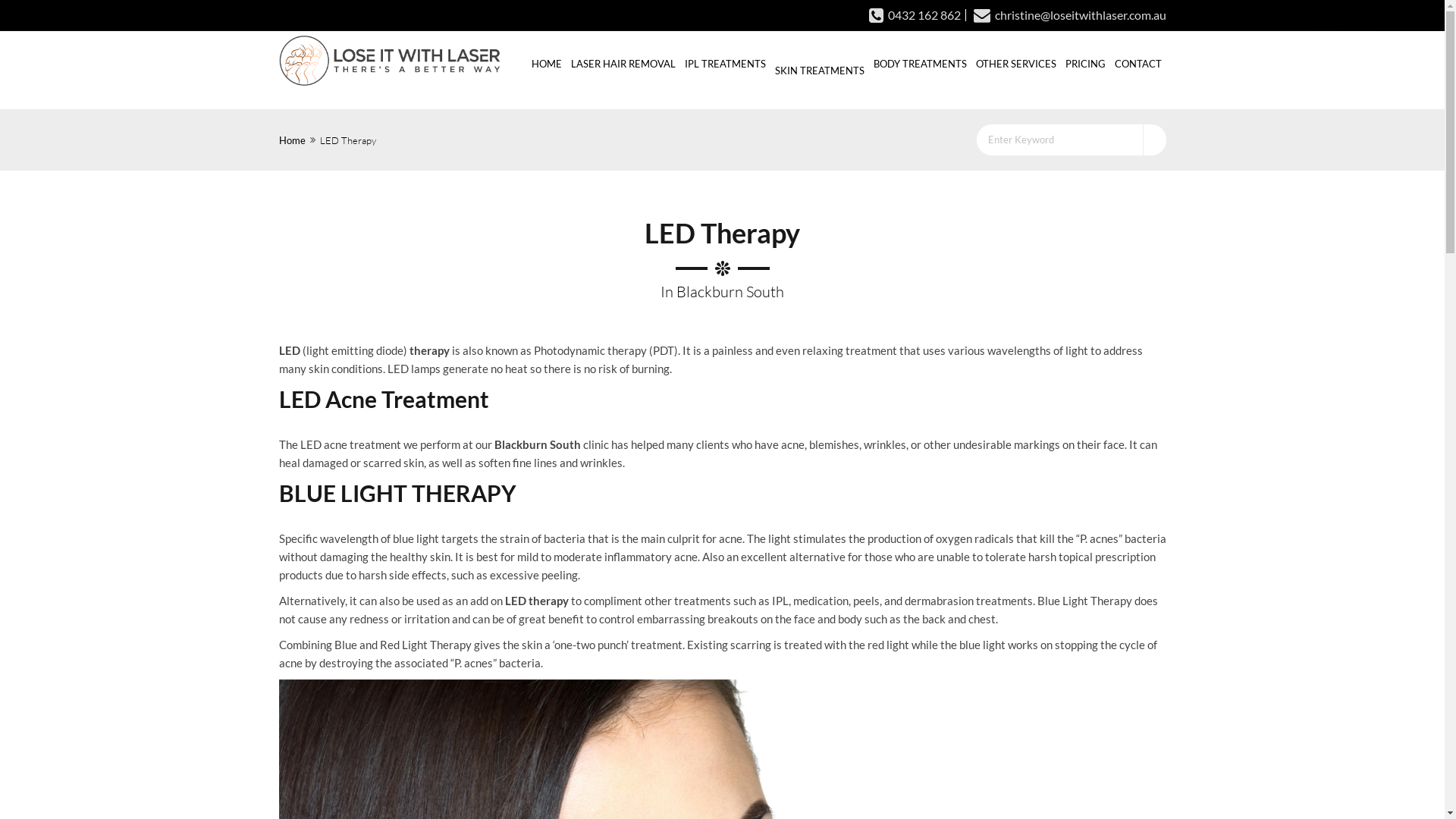 The image size is (1456, 819). What do you see at coordinates (622, 62) in the screenshot?
I see `'LASER HAIR REMOVAL'` at bounding box center [622, 62].